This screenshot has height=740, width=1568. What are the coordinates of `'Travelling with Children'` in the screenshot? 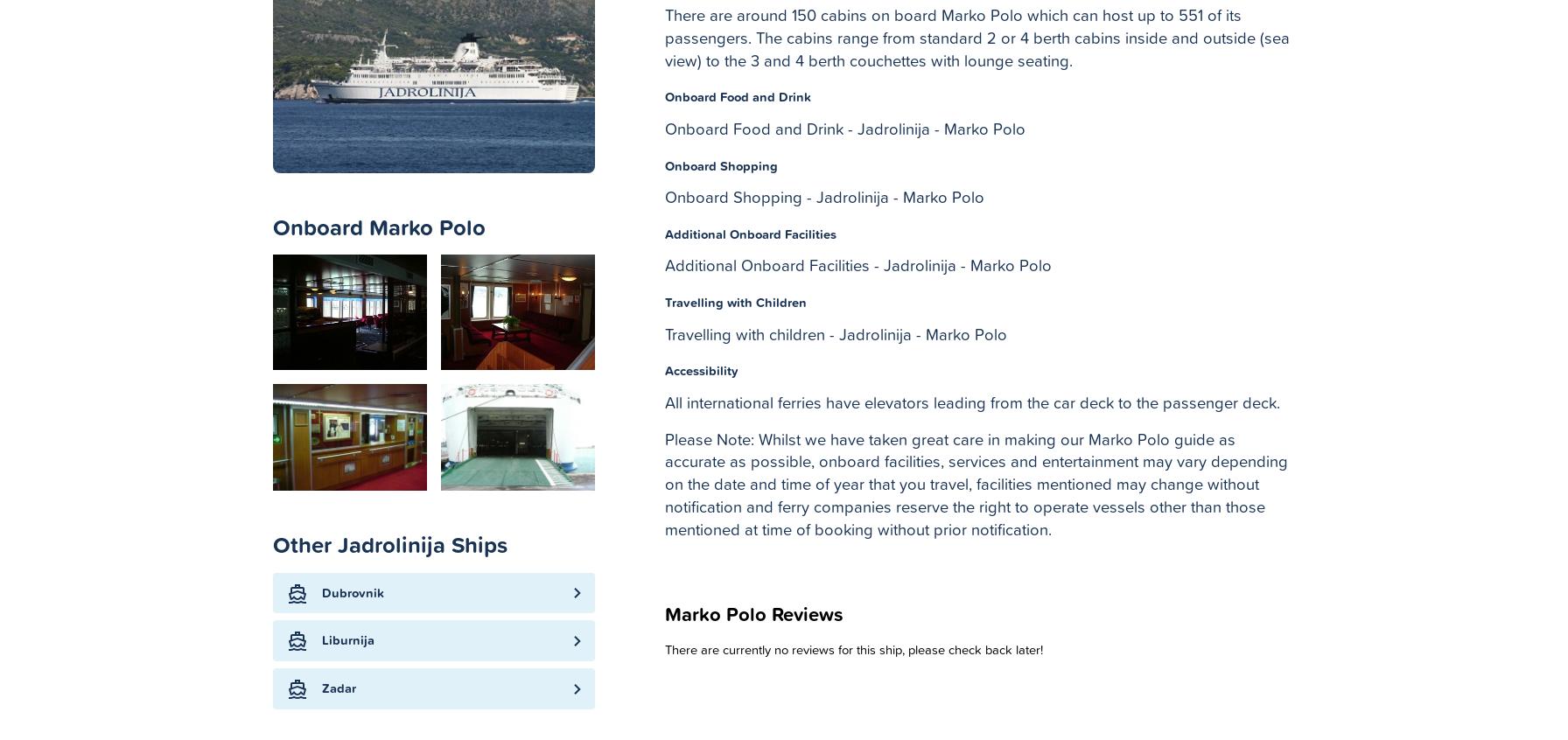 It's located at (735, 302).